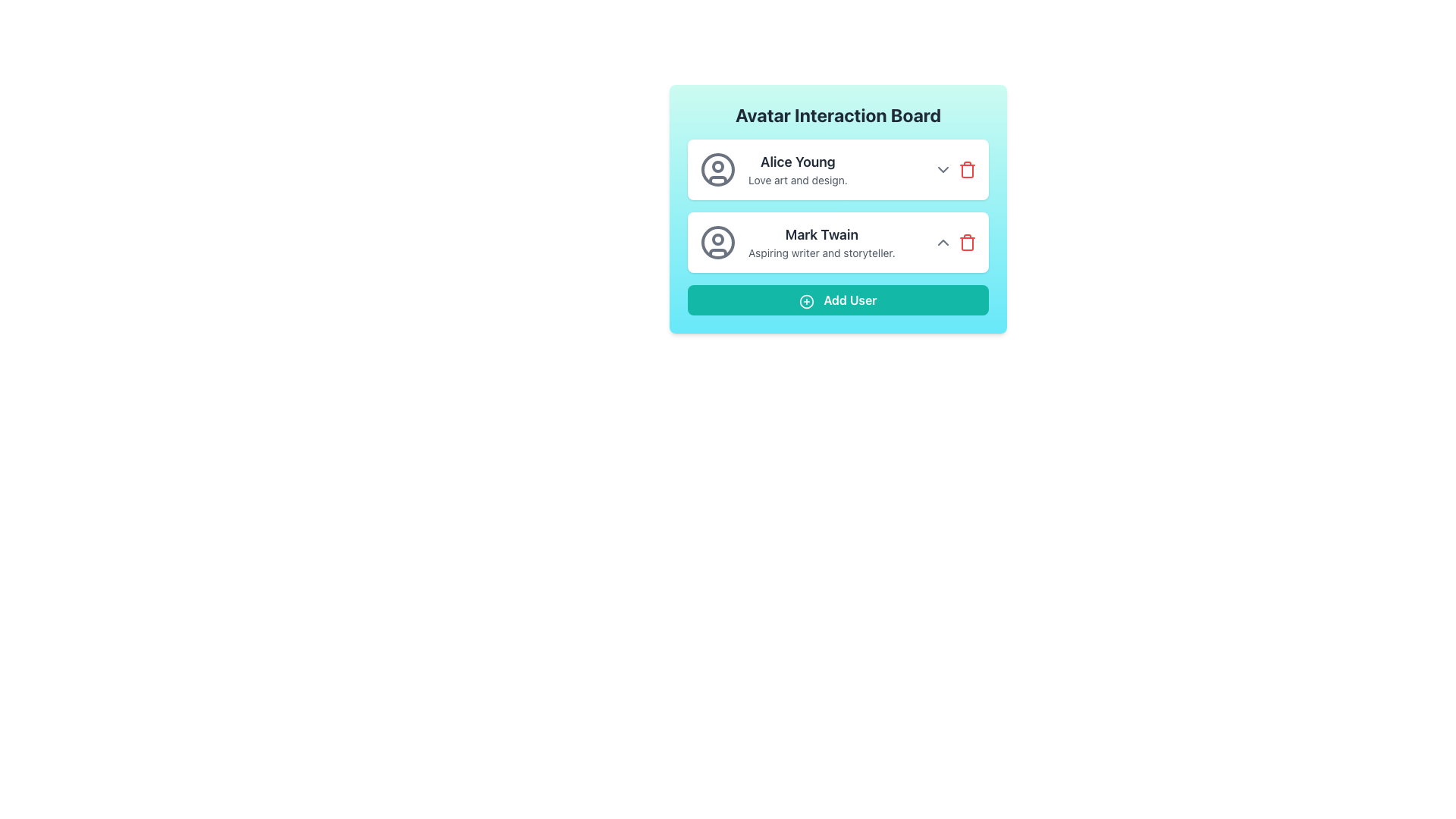  What do you see at coordinates (717, 242) in the screenshot?
I see `the outermost circular border of the avatar icon for user 'Mark Twain', which is styled in a neutral color and has a 10-pixel radius` at bounding box center [717, 242].